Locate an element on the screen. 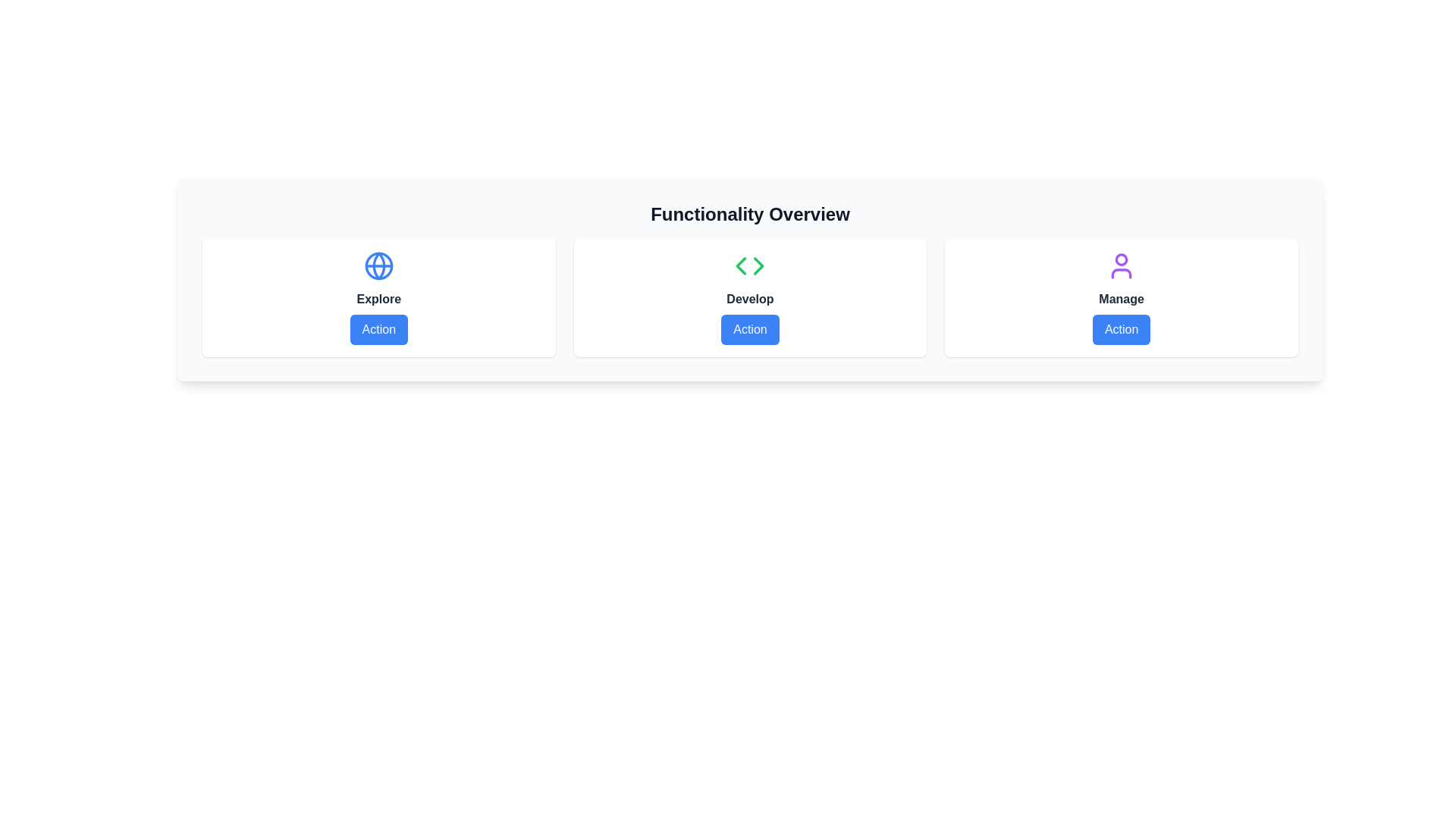 Image resolution: width=1456 pixels, height=819 pixels. the interactive button located at the bottom of the 'Explore' section, directly under the 'Explore' label is located at coordinates (378, 329).